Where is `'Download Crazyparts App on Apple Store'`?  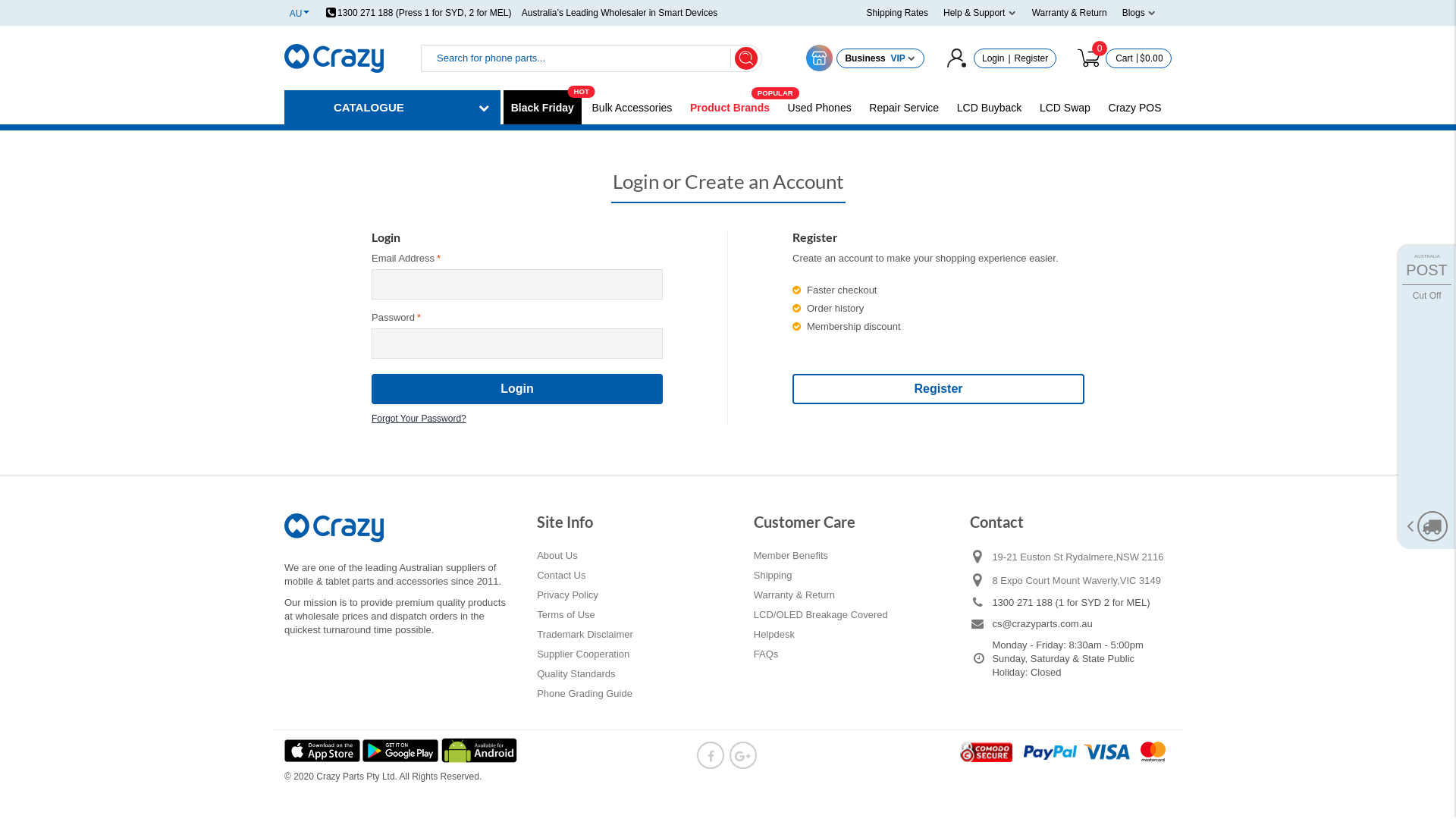
'Download Crazyparts App on Apple Store' is located at coordinates (322, 748).